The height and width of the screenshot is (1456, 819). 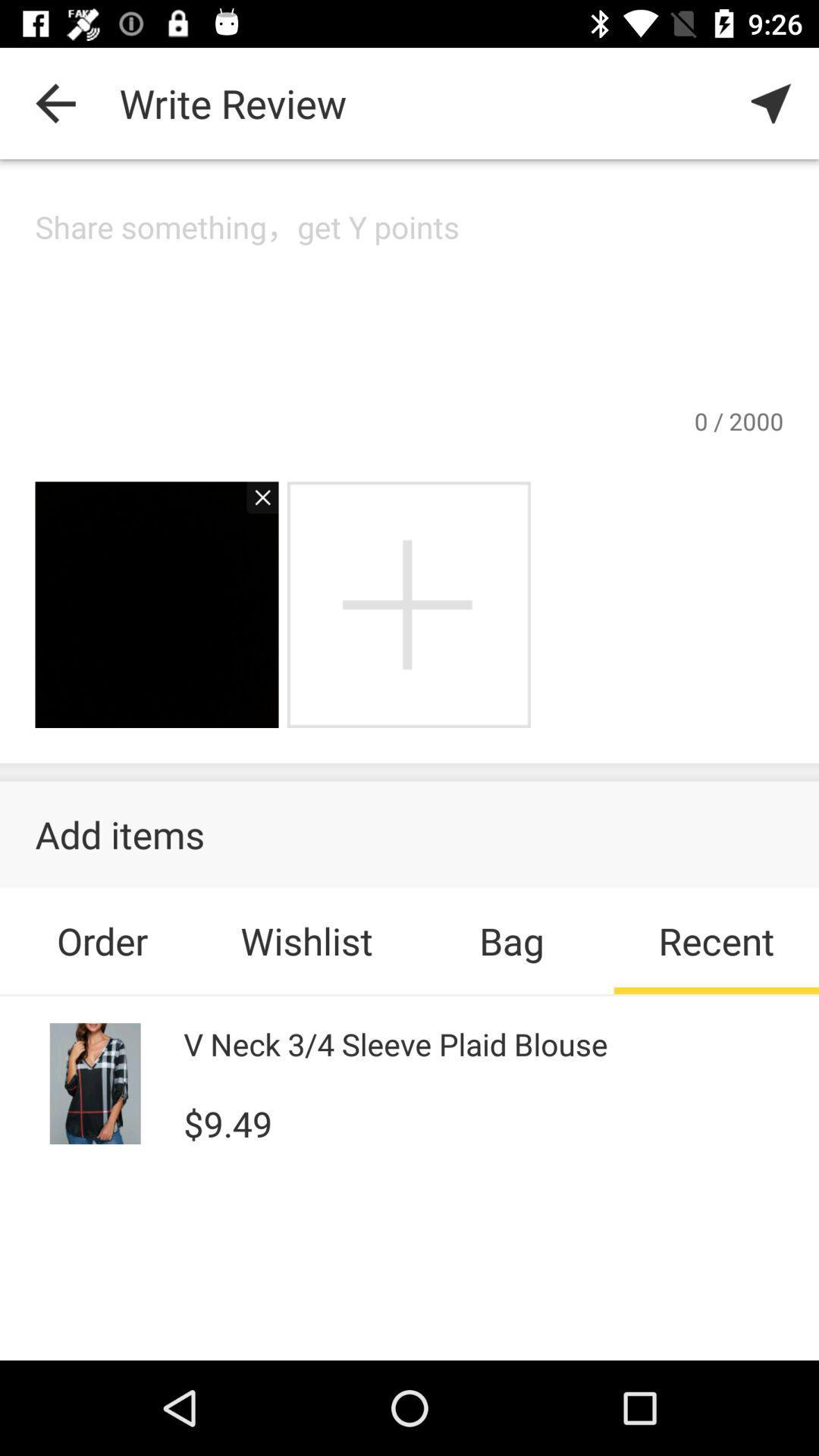 What do you see at coordinates (394, 1043) in the screenshot?
I see `the v neck 3` at bounding box center [394, 1043].